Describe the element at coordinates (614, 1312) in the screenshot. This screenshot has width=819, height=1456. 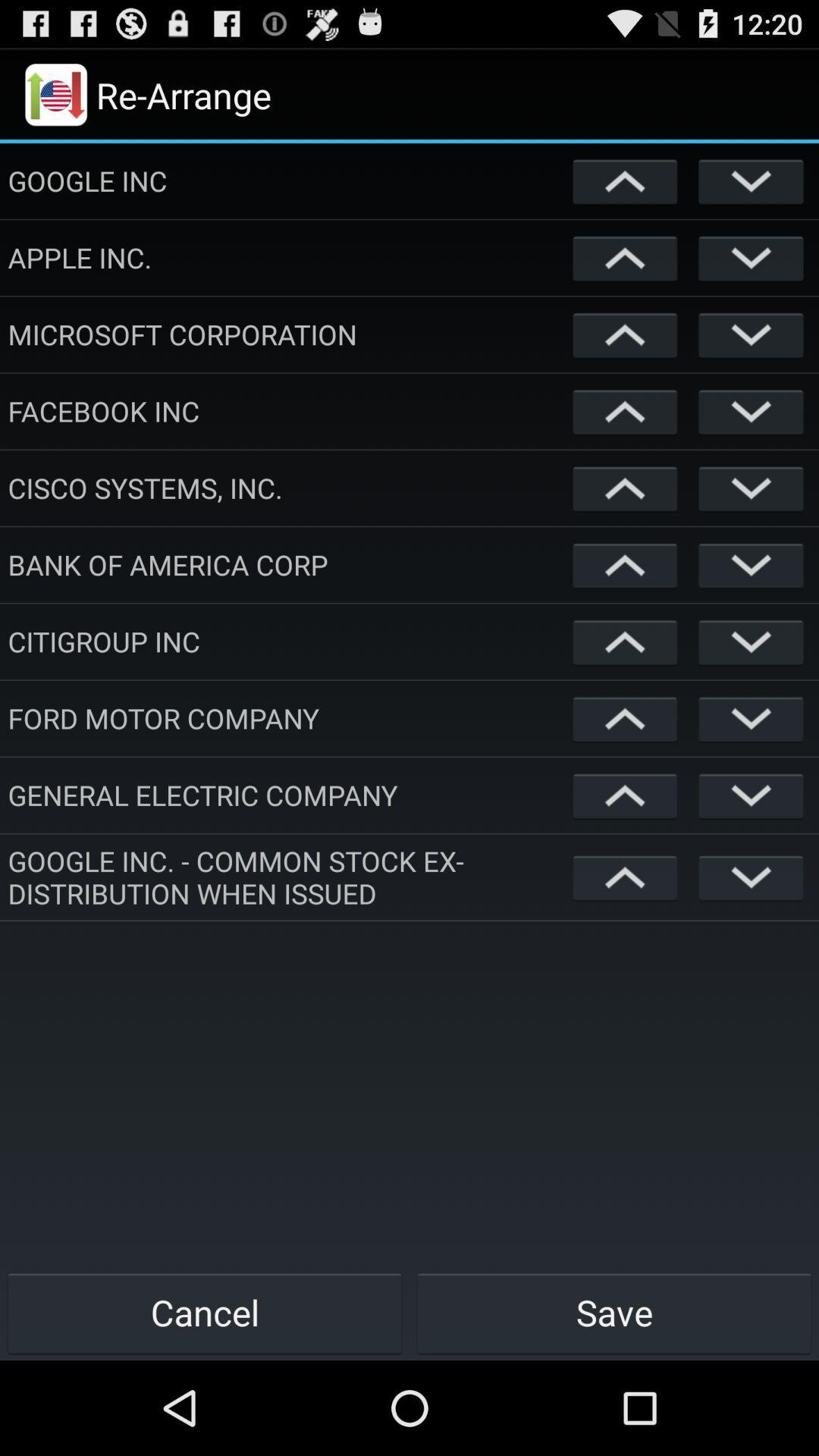
I see `icon next to cancel button` at that location.